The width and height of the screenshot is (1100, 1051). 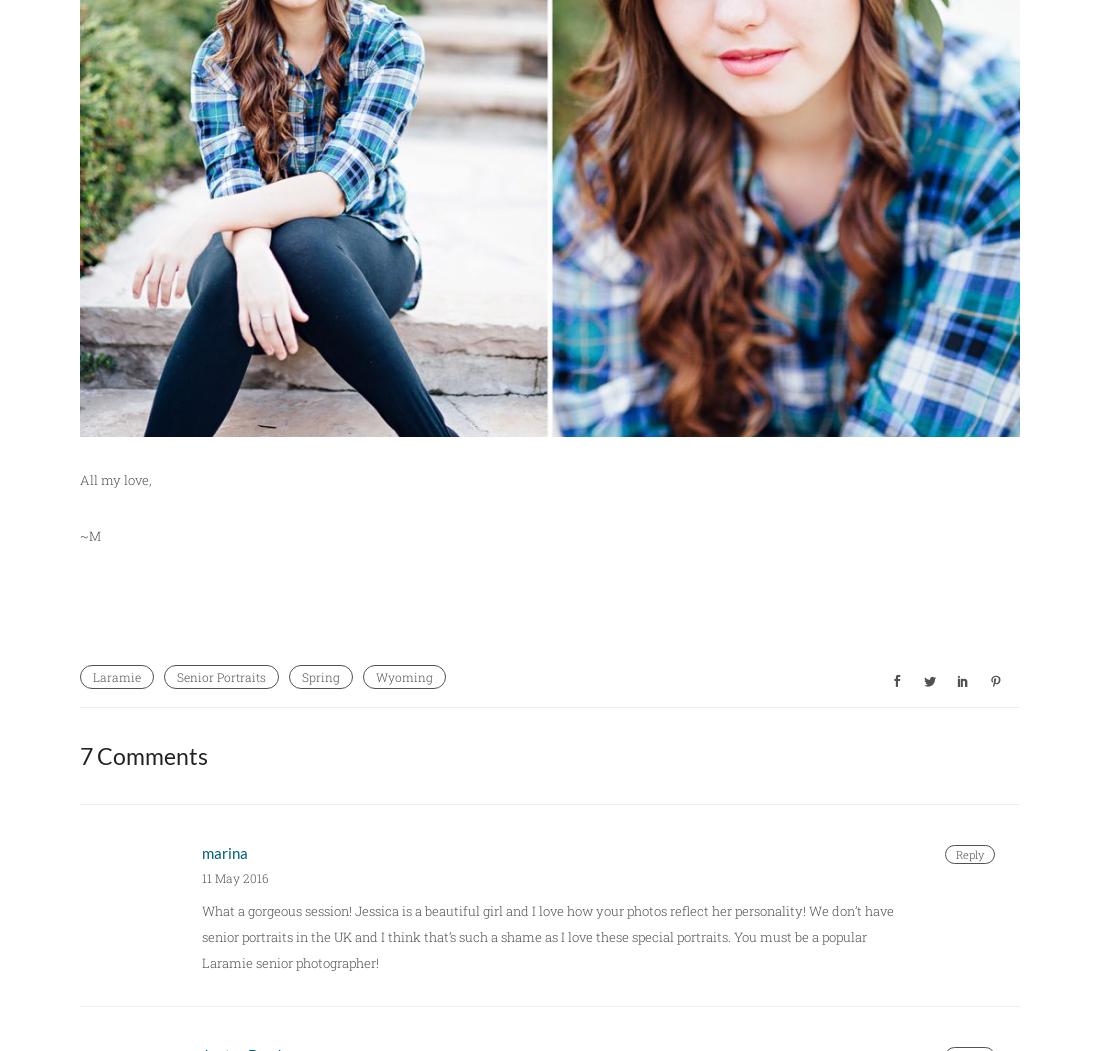 I want to click on 'Senior Portraits', so click(x=221, y=676).